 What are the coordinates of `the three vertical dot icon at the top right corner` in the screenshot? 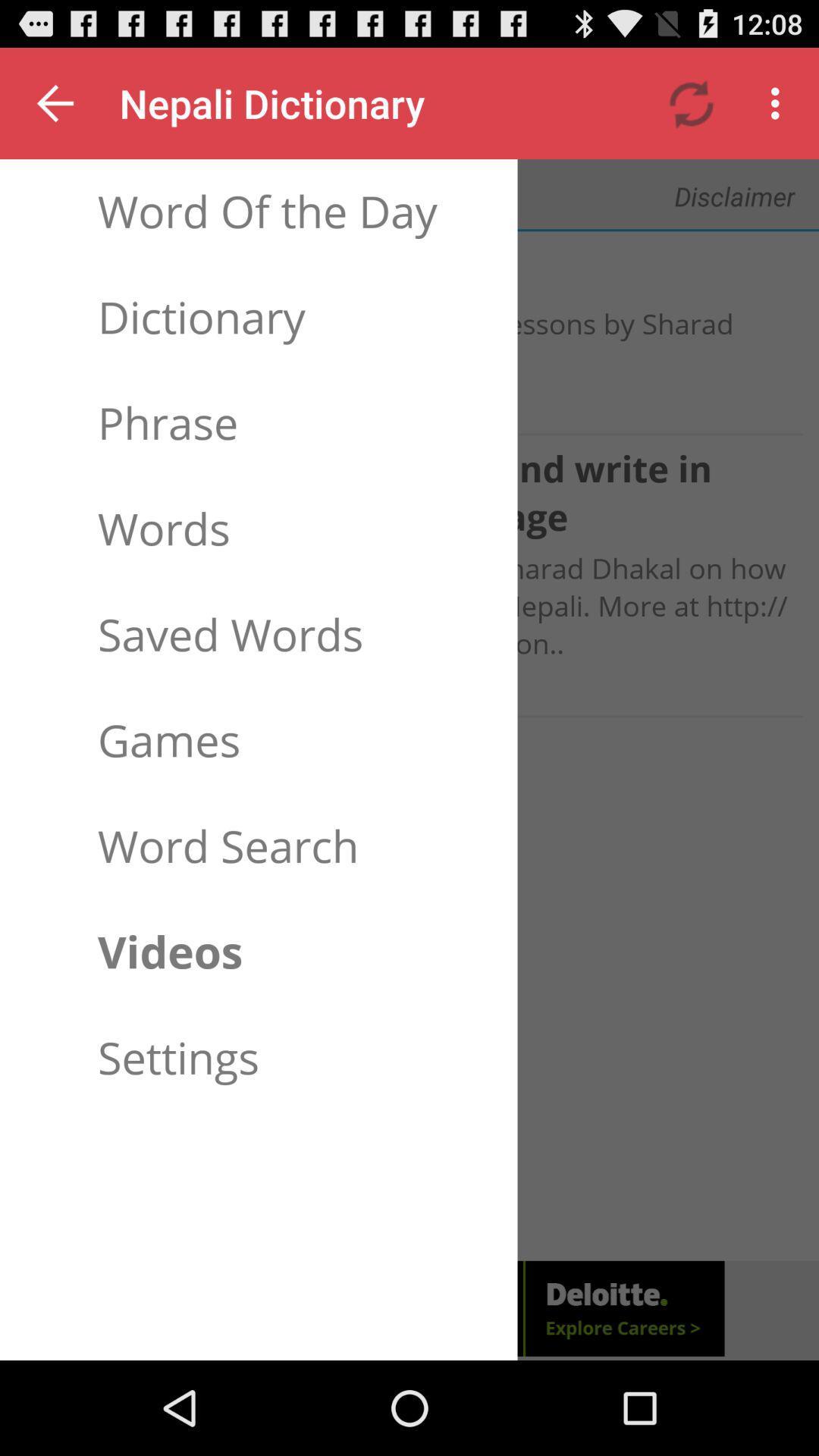 It's located at (779, 103).